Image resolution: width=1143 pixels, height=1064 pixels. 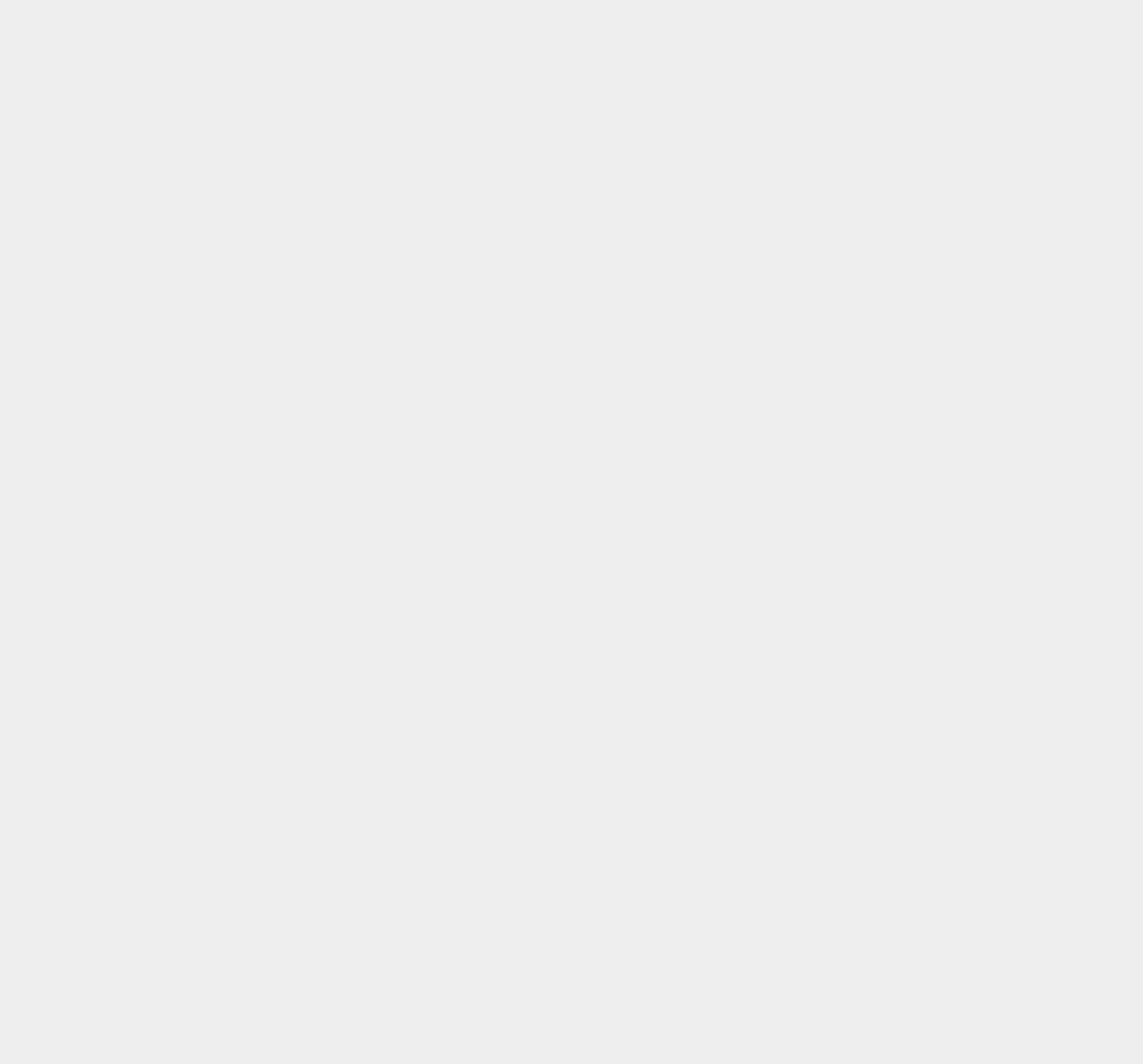 What do you see at coordinates (807, 783) in the screenshot?
I see `'Podcasts'` at bounding box center [807, 783].